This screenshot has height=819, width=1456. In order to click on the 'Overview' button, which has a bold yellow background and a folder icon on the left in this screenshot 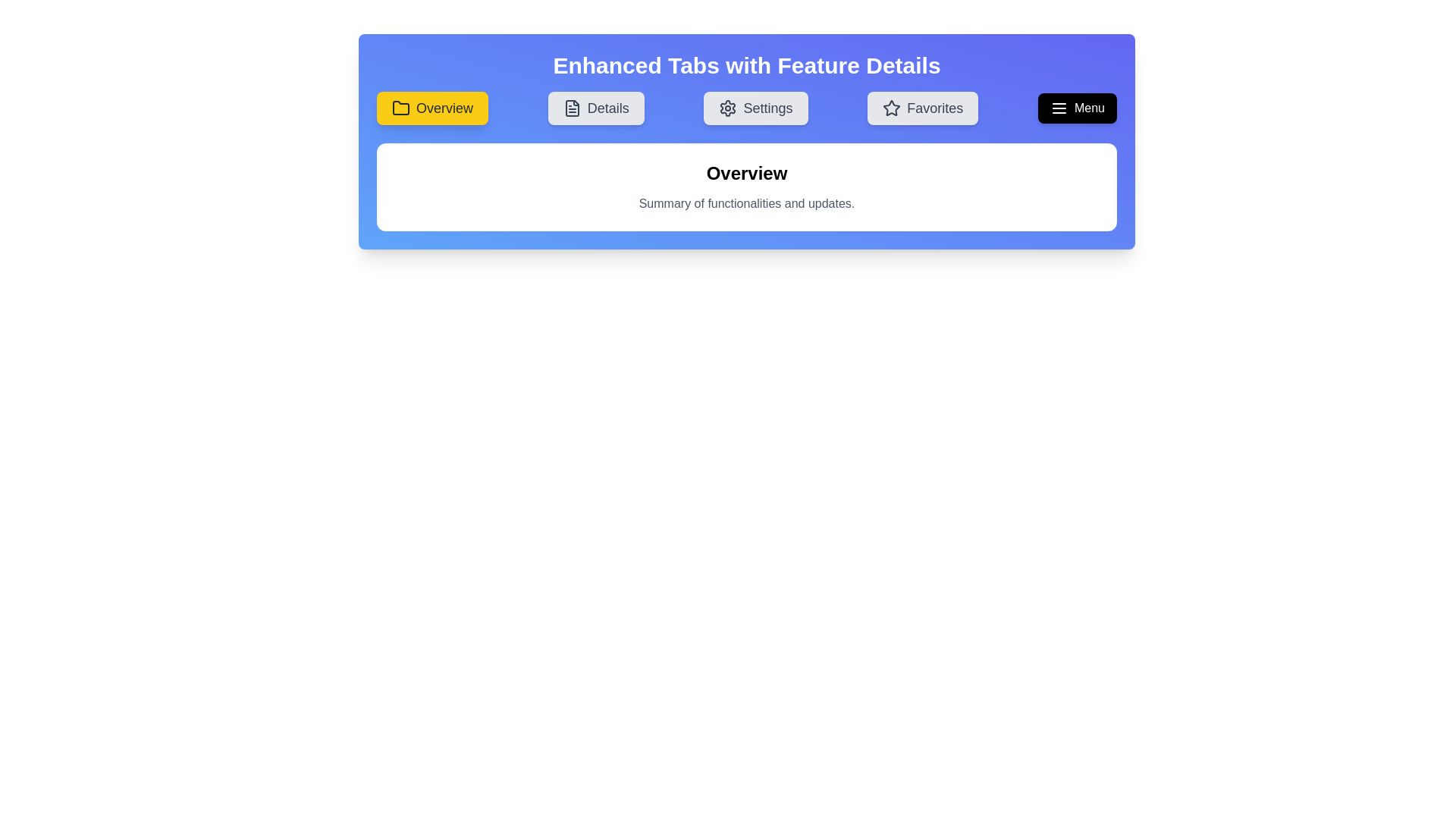, I will do `click(431, 107)`.